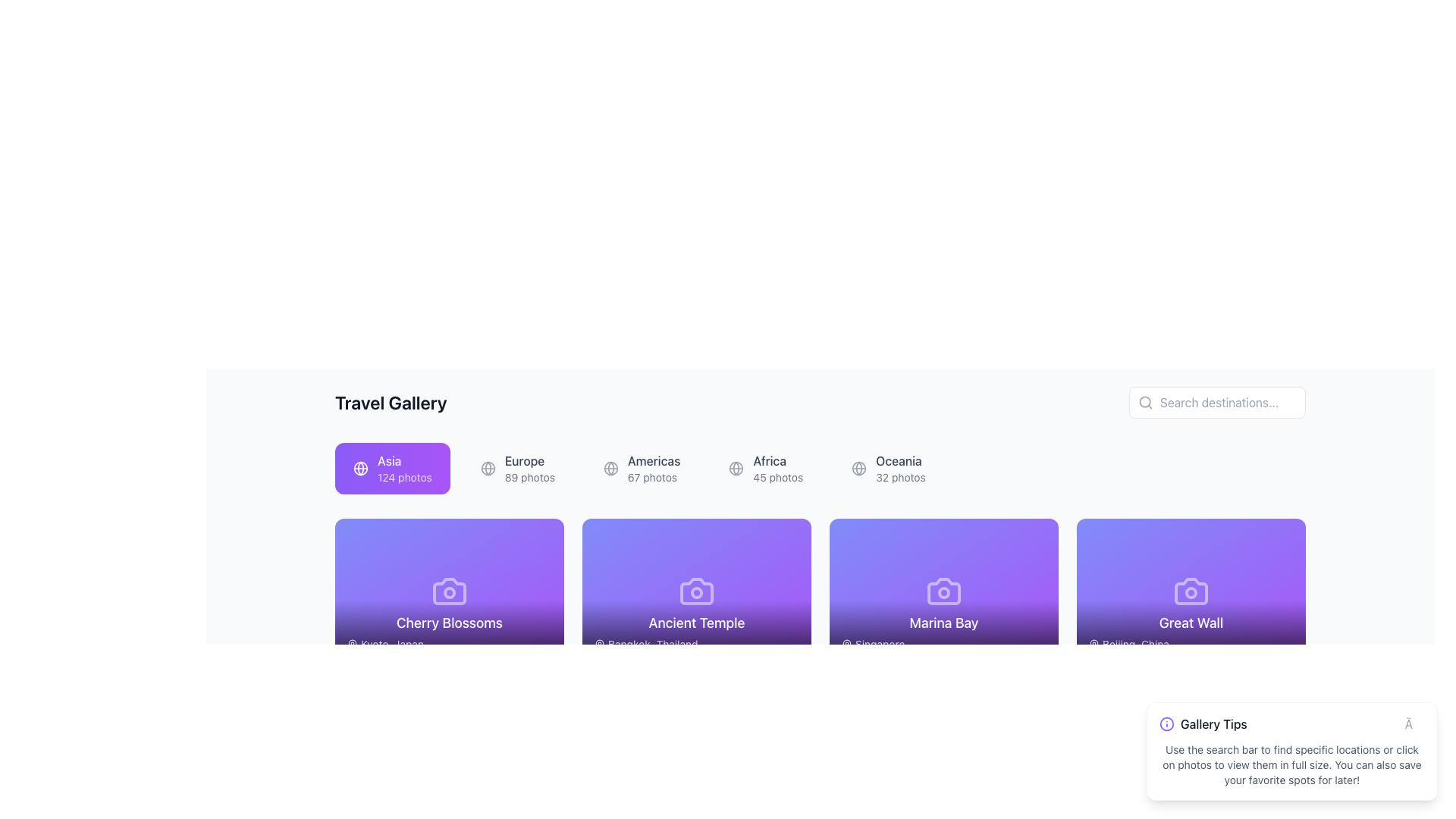 This screenshot has width=1456, height=819. What do you see at coordinates (449, 644) in the screenshot?
I see `the informational text label indicating 'Kyoto, Japan' located at the bottom section of the 'Cherry Blossoms' card in the gallery layout` at bounding box center [449, 644].